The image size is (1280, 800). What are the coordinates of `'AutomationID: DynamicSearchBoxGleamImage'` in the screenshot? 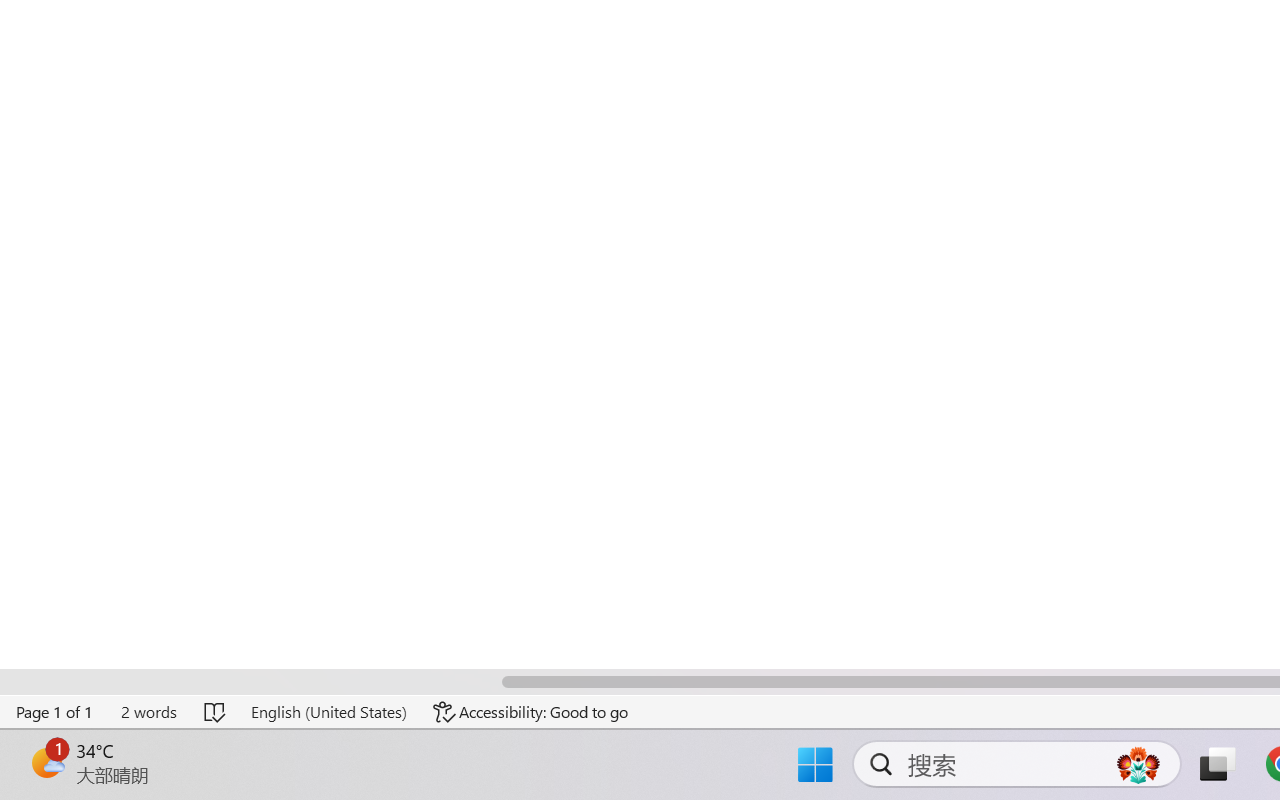 It's located at (1138, 764).